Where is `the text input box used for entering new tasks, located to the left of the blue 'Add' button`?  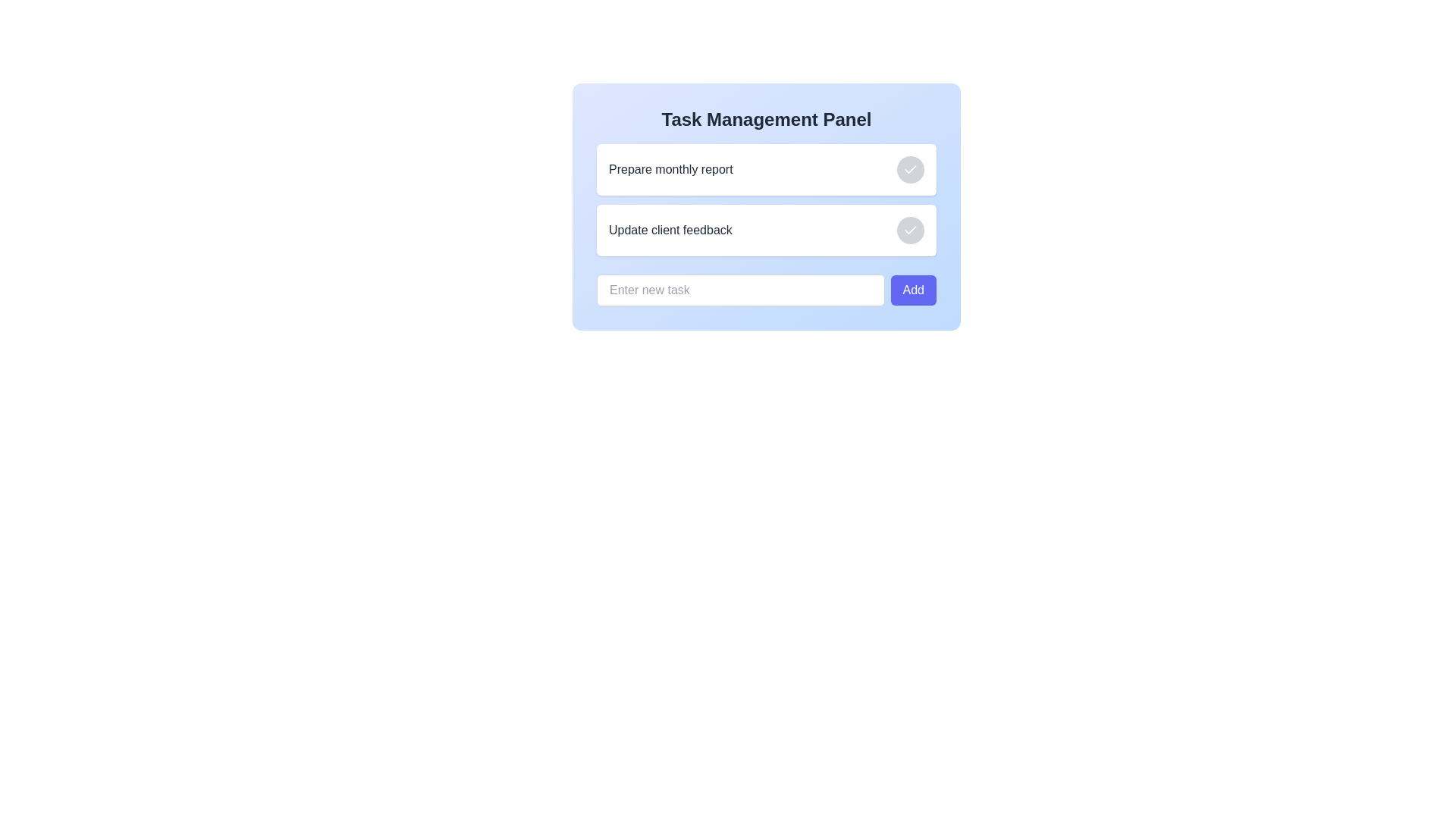
the text input box used for entering new tasks, located to the left of the blue 'Add' button is located at coordinates (740, 290).